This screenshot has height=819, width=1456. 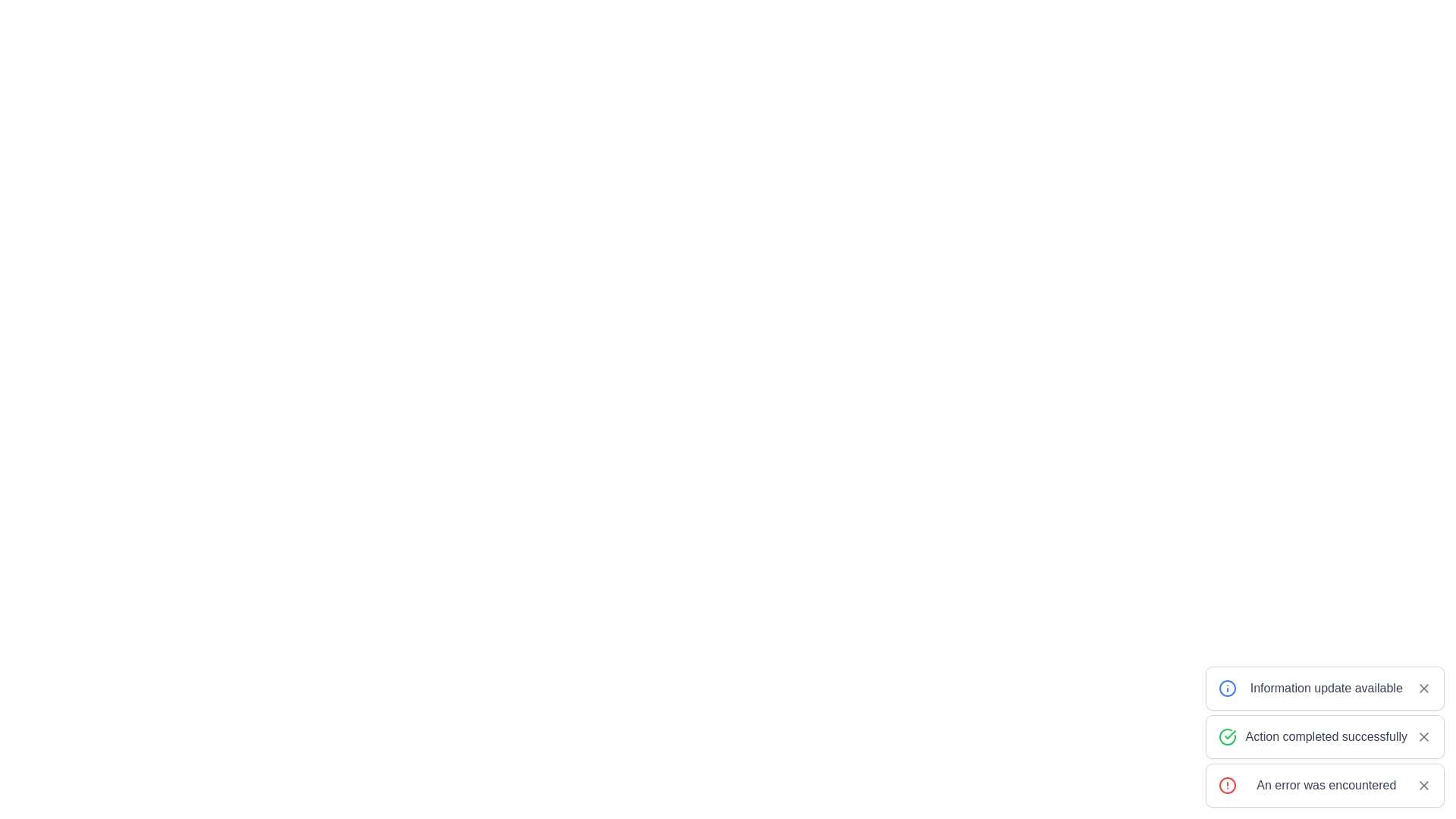 What do you see at coordinates (1423, 688) in the screenshot?
I see `the compact diagonal cross icon located at the far-right of the notification card labeled 'Information update available'` at bounding box center [1423, 688].